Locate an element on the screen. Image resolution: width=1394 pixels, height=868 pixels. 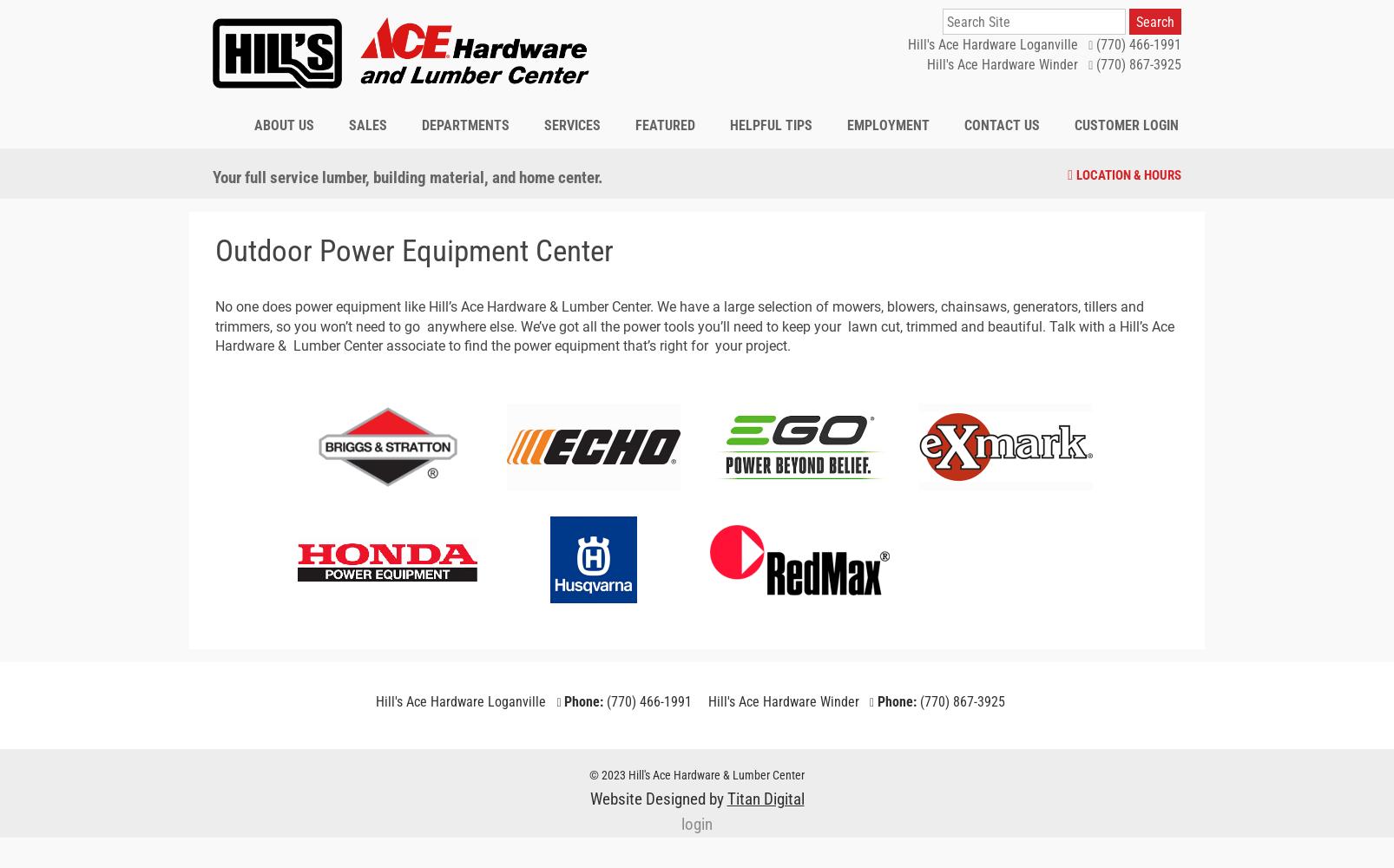
'Location & Hours' is located at coordinates (1127, 174).